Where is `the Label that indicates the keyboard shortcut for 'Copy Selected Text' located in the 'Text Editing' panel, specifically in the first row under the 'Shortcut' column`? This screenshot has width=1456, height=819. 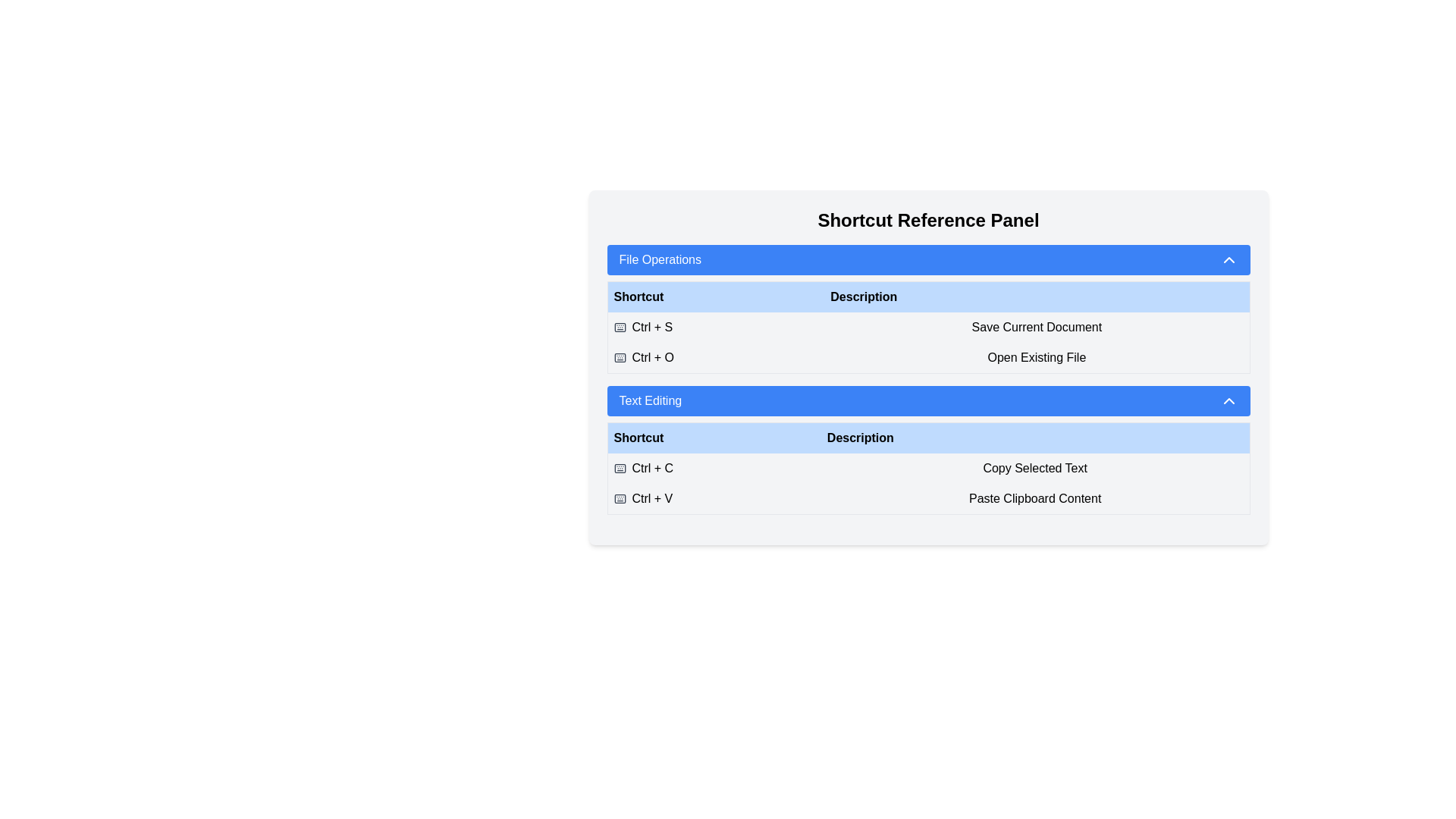
the Label that indicates the keyboard shortcut for 'Copy Selected Text' located in the 'Text Editing' panel, specifically in the first row under the 'Shortcut' column is located at coordinates (652, 467).